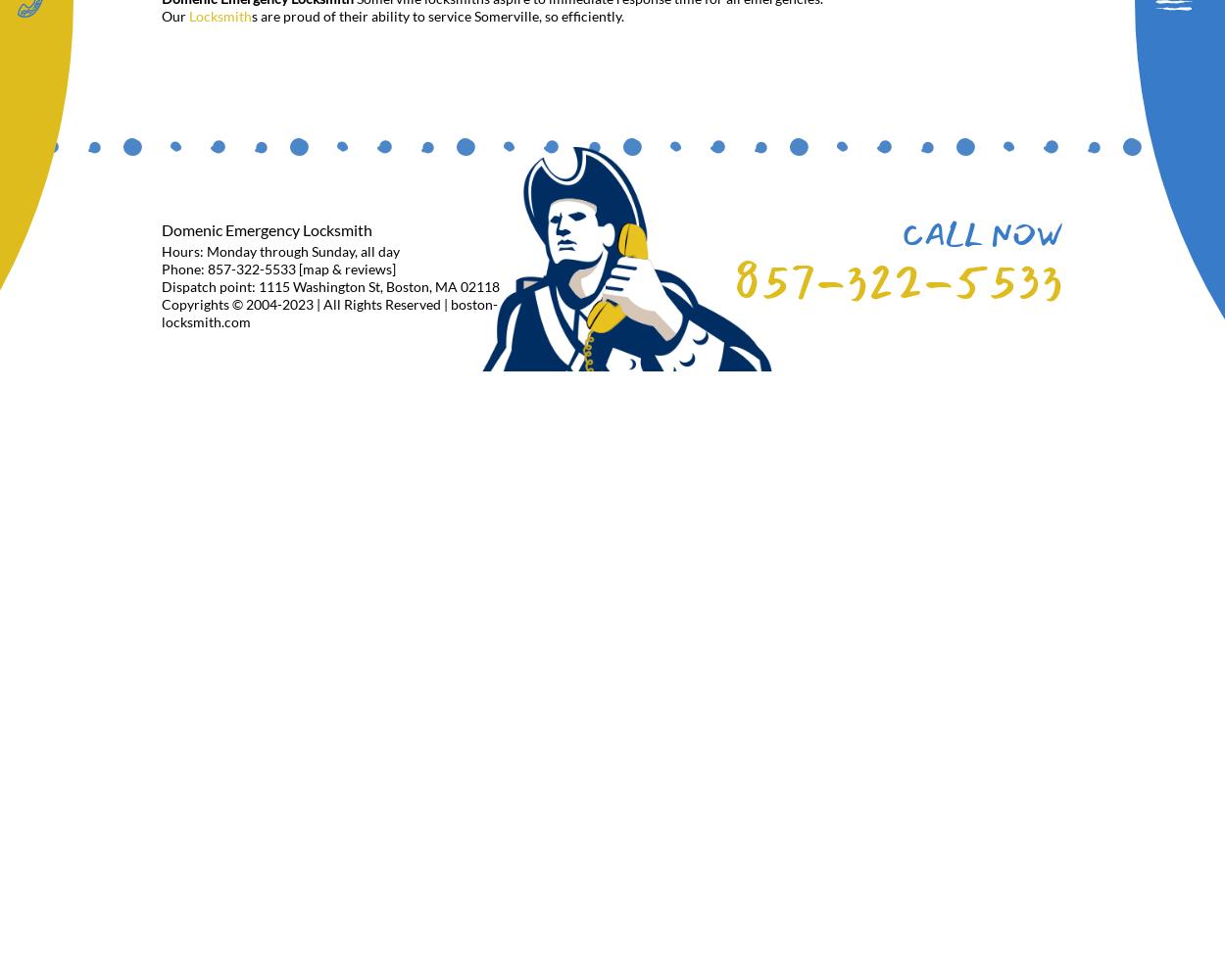 This screenshot has height=980, width=1225. What do you see at coordinates (328, 312) in the screenshot?
I see `'Copyrights © 2004-2023 | All Rights Reserved | boston-locksmith.com'` at bounding box center [328, 312].